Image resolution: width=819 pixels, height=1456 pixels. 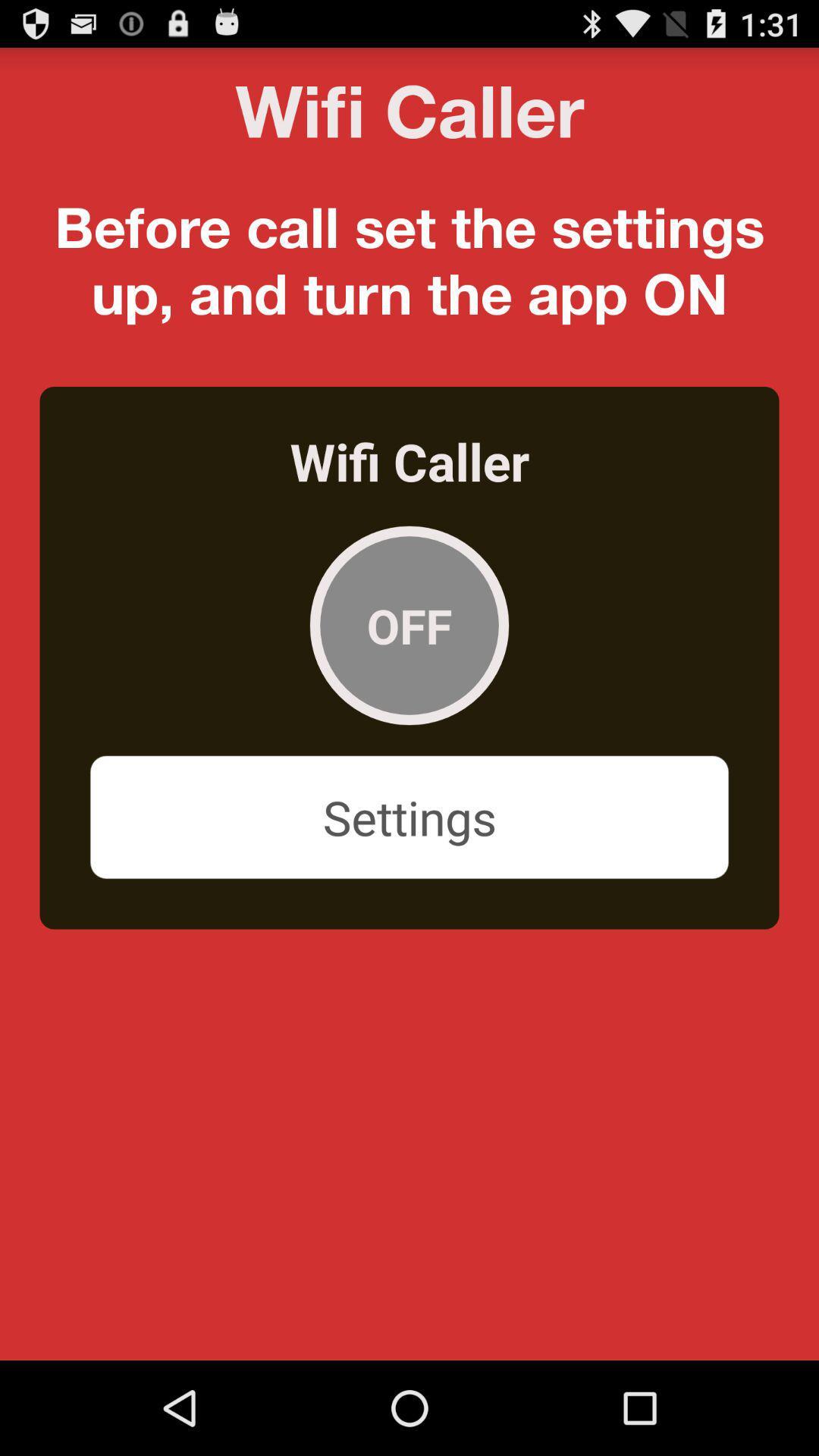 What do you see at coordinates (409, 626) in the screenshot?
I see `the off` at bounding box center [409, 626].